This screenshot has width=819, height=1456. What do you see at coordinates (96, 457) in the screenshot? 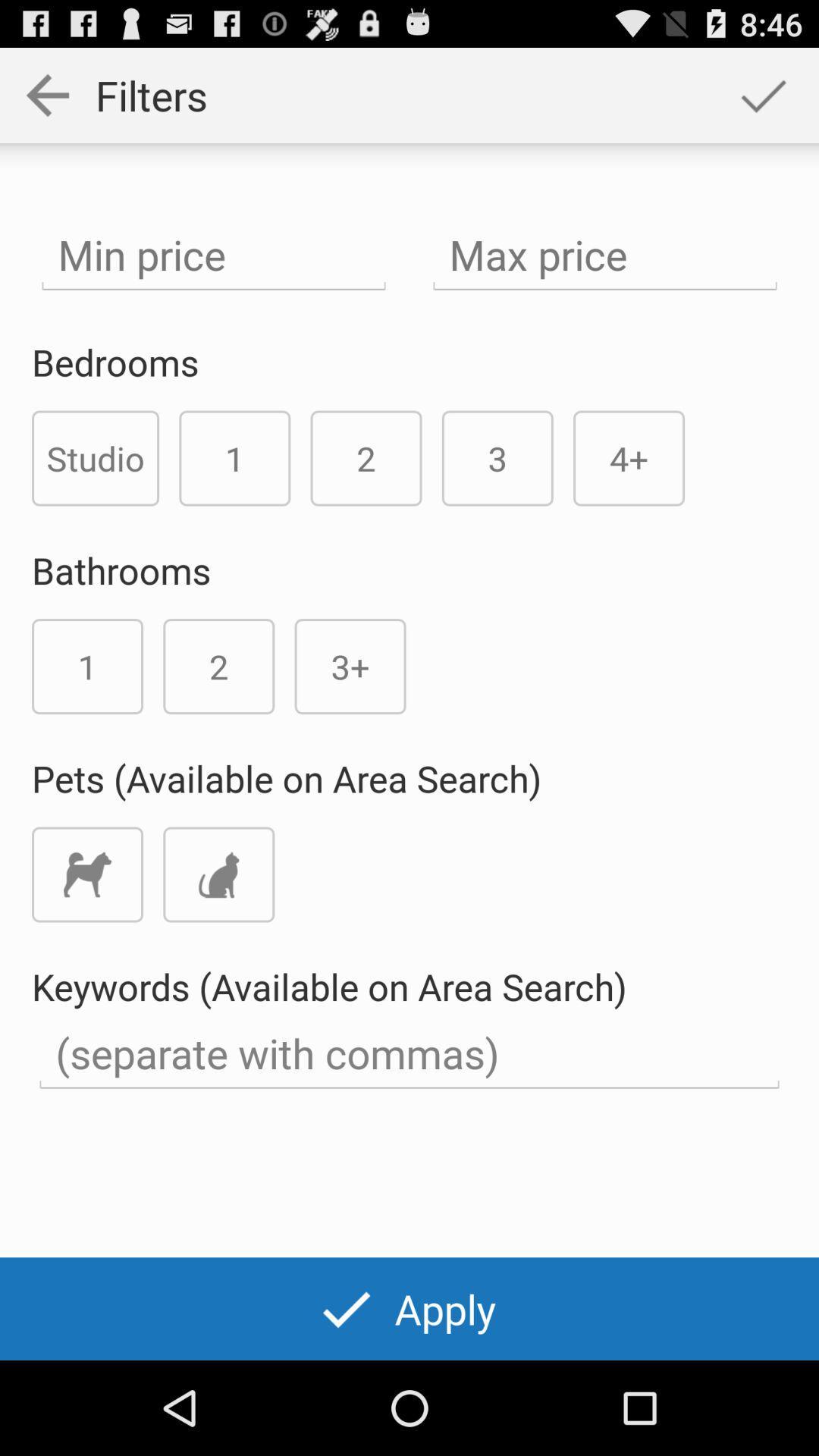
I see `app above the bathrooms icon` at bounding box center [96, 457].